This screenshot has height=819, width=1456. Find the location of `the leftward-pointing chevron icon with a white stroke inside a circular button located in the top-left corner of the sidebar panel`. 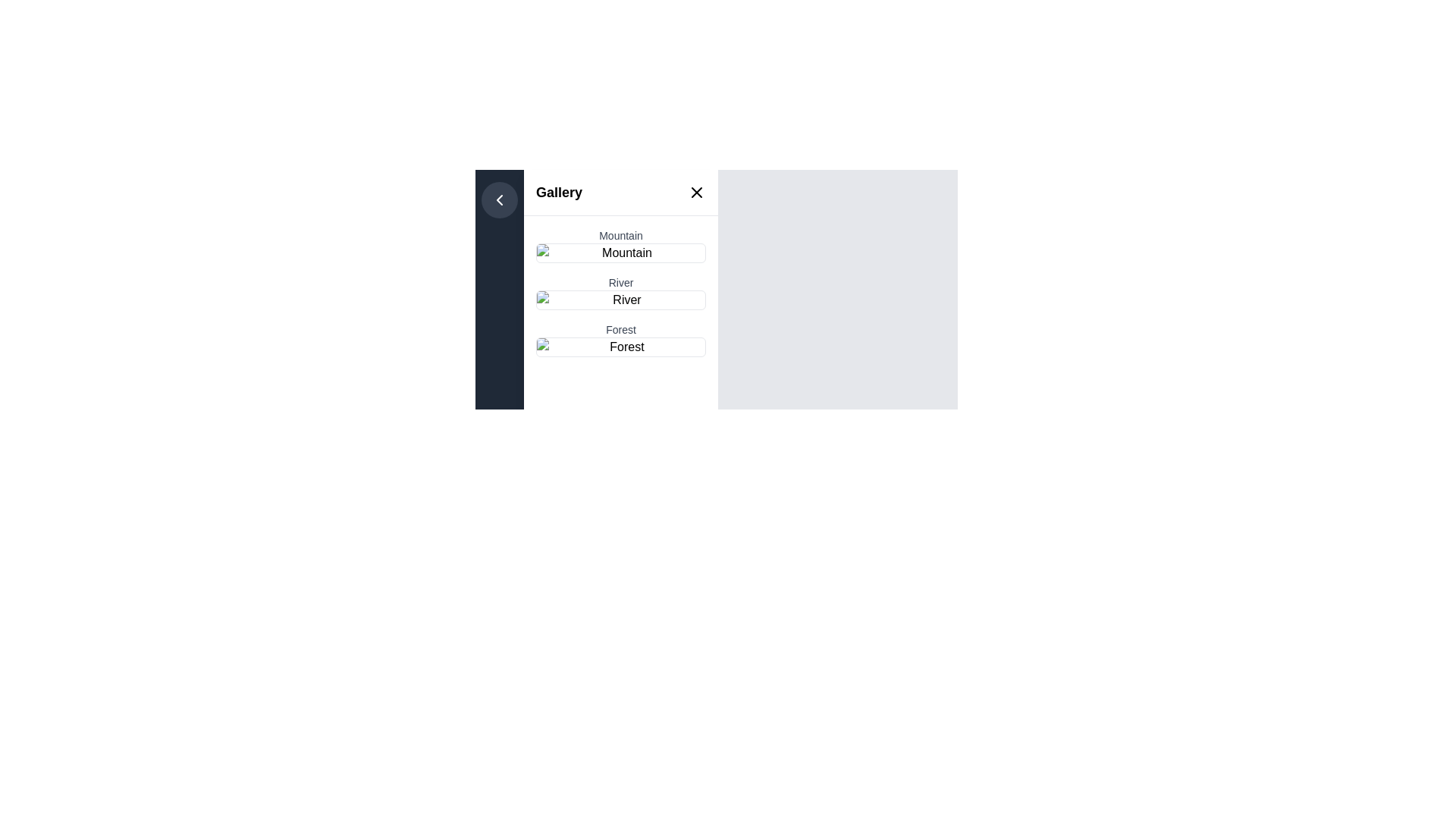

the leftward-pointing chevron icon with a white stroke inside a circular button located in the top-left corner of the sidebar panel is located at coordinates (499, 199).